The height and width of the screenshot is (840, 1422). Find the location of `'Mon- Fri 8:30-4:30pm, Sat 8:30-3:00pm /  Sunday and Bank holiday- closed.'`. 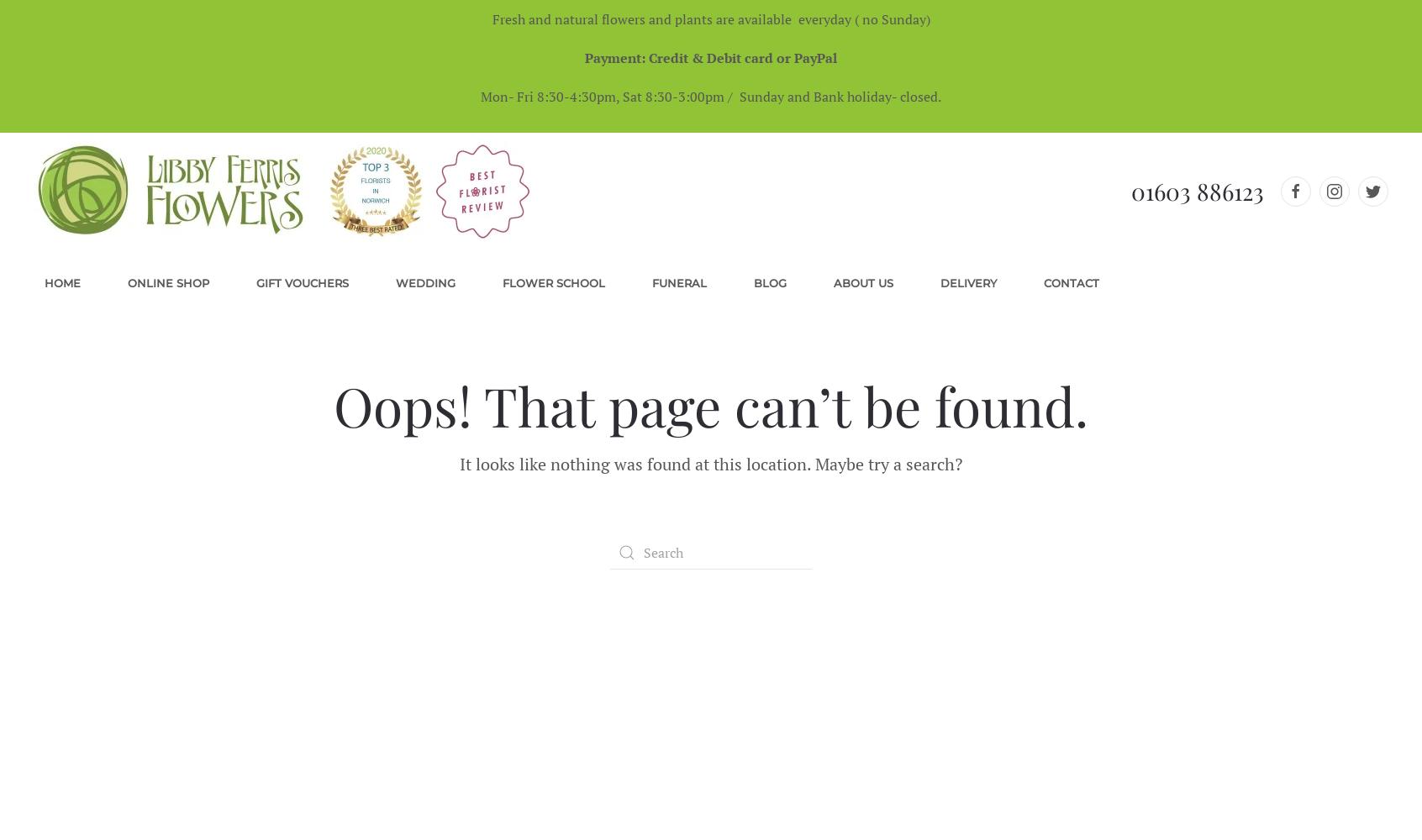

'Mon- Fri 8:30-4:30pm, Sat 8:30-3:00pm /  Sunday and Bank holiday- closed.' is located at coordinates (711, 96).